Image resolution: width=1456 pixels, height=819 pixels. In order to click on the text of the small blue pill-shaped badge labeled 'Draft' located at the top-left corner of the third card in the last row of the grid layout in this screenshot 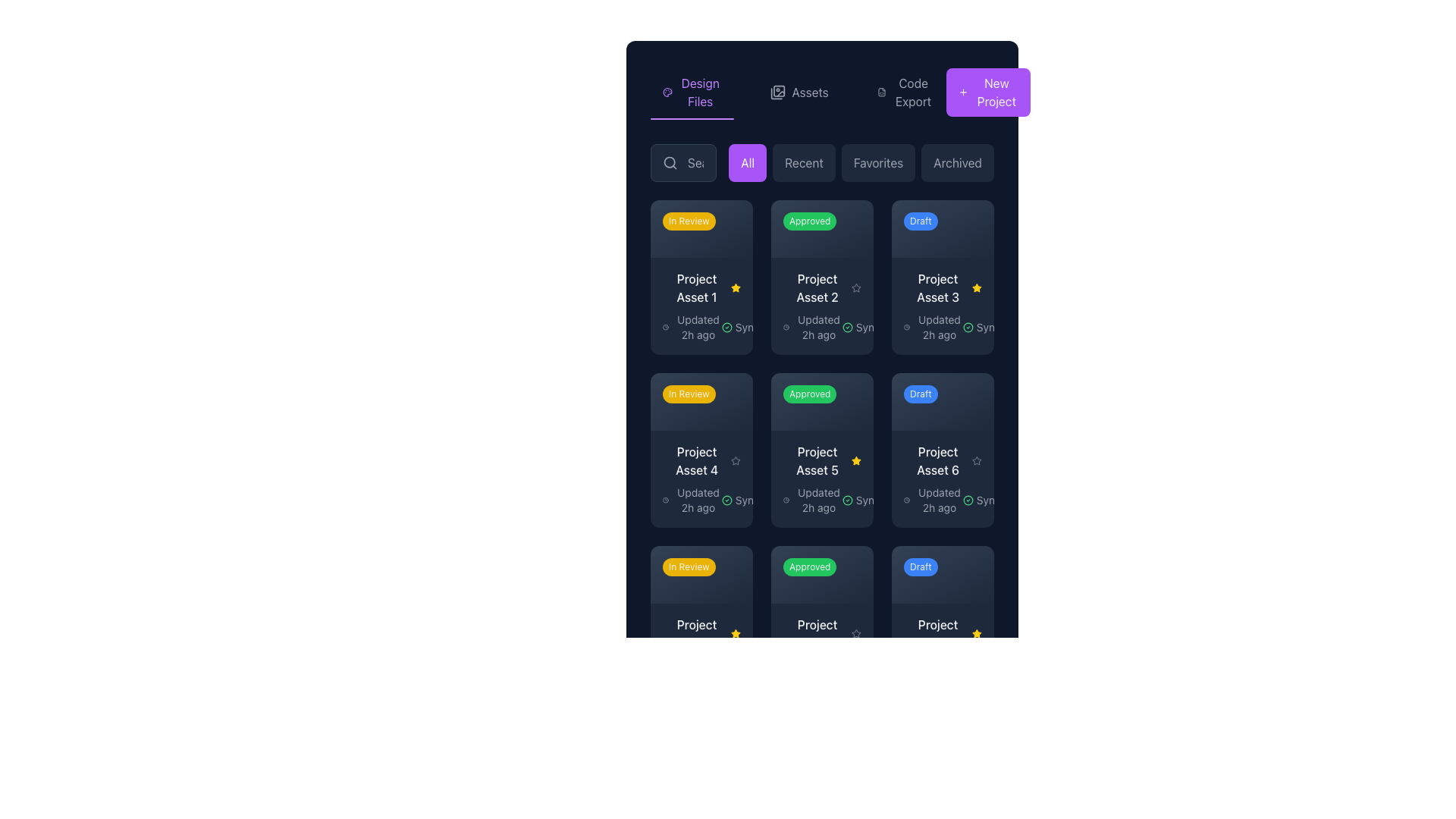, I will do `click(920, 566)`.